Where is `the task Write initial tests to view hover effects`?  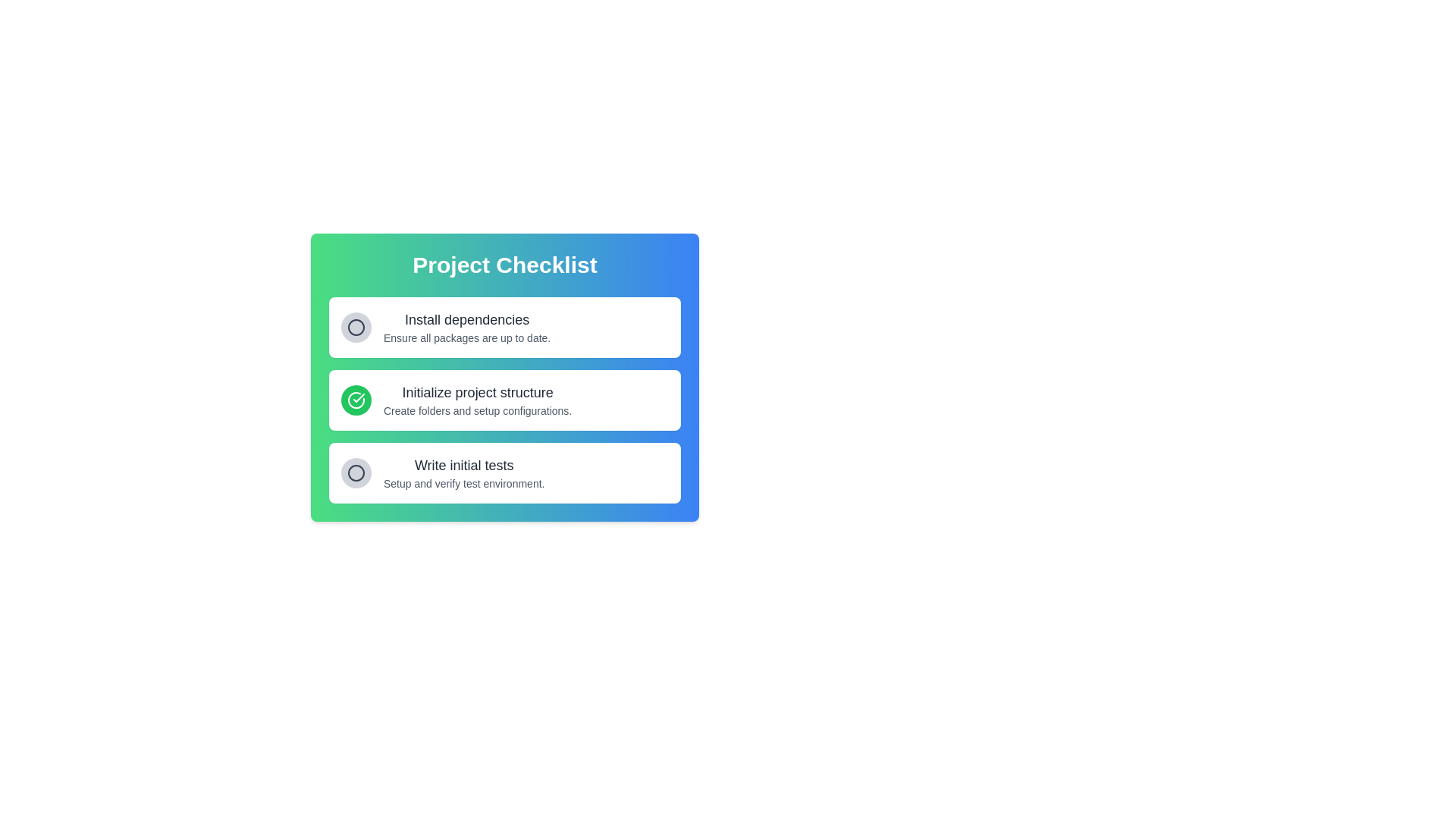
the task Write initial tests to view hover effects is located at coordinates (463, 472).